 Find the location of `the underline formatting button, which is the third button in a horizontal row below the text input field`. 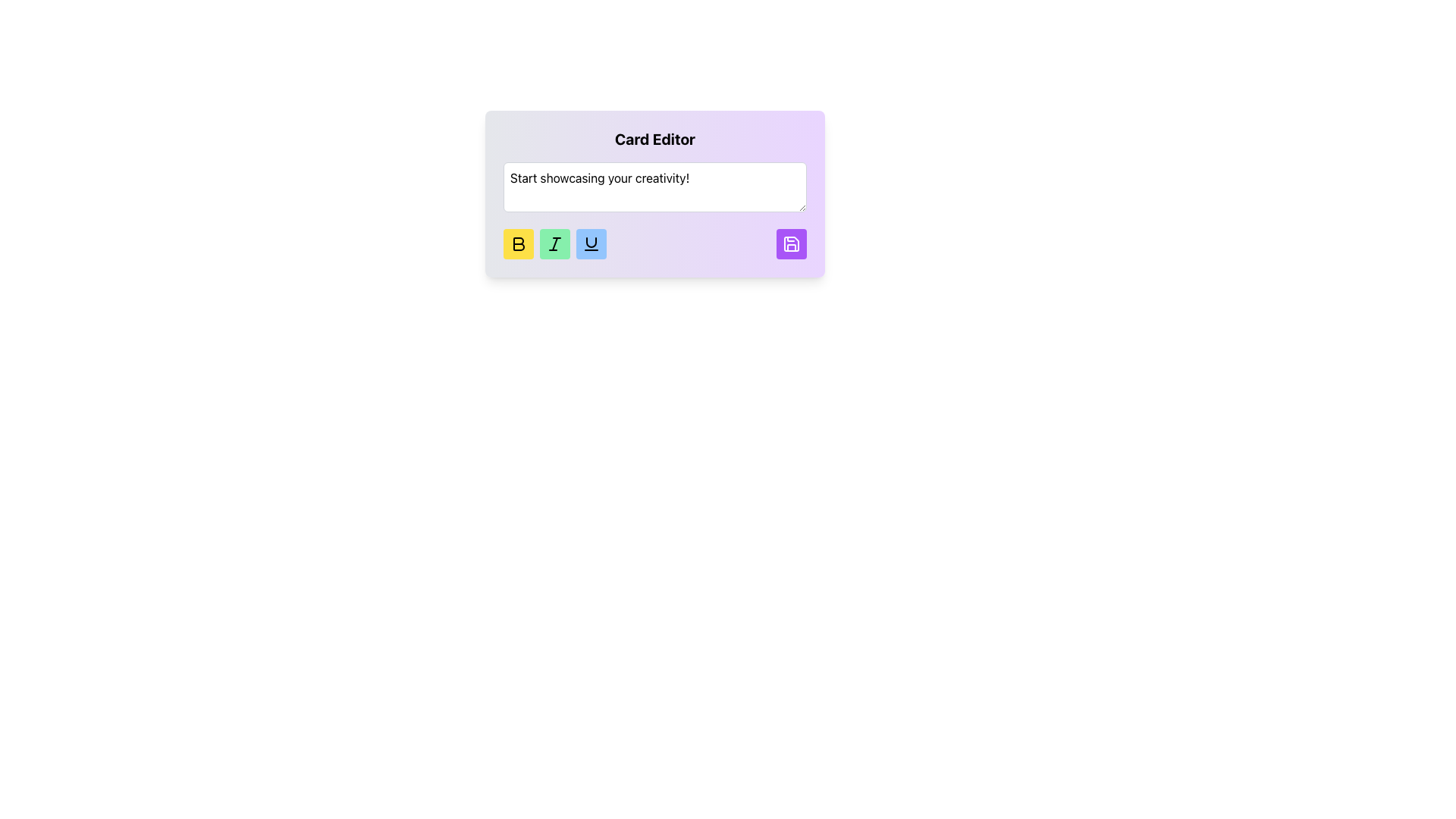

the underline formatting button, which is the third button in a horizontal row below the text input field is located at coordinates (590, 243).